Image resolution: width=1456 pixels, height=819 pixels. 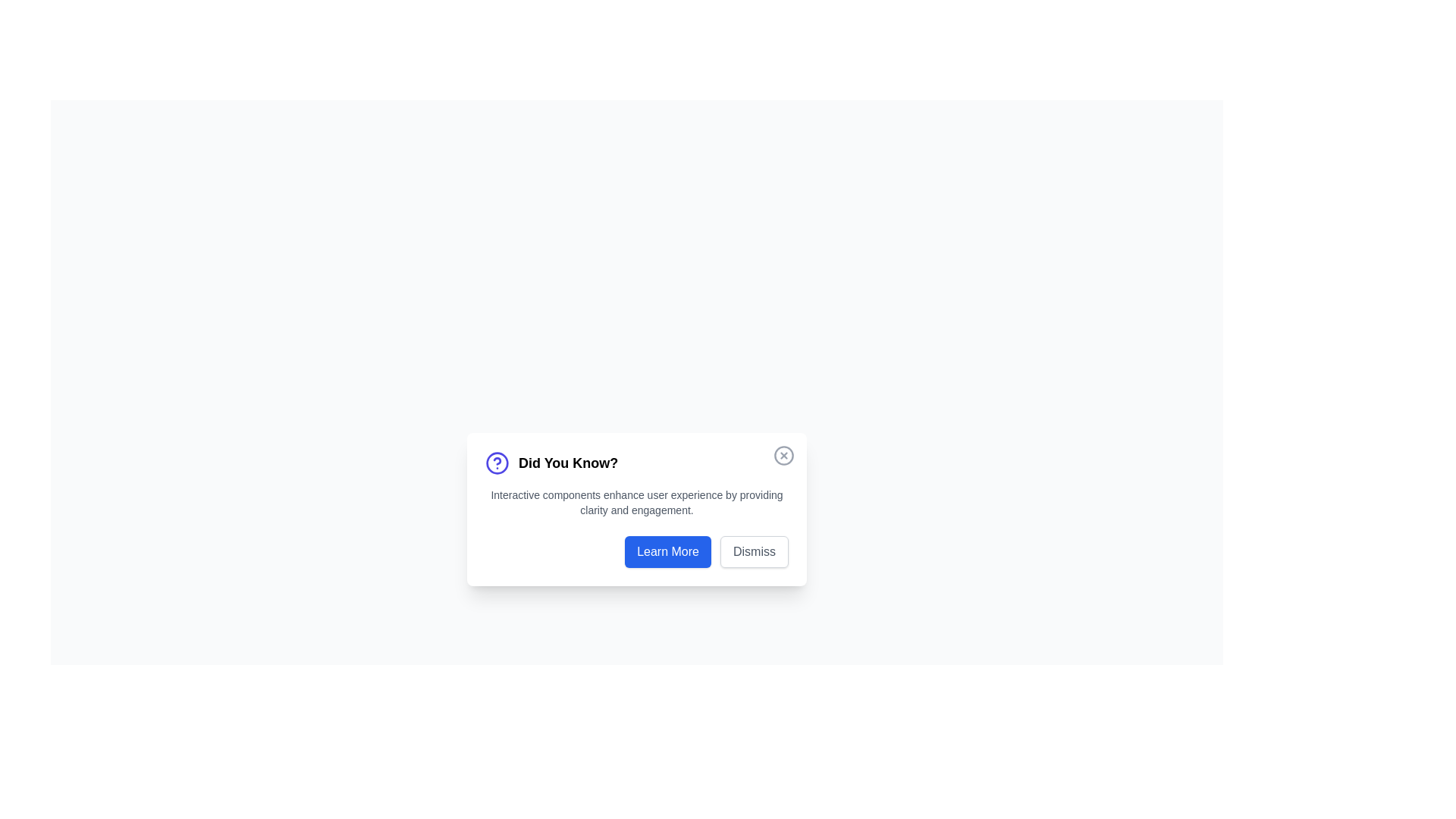 What do you see at coordinates (783, 455) in the screenshot?
I see `the circular button with a cross icon inside, located in the top-right corner of the dialog box` at bounding box center [783, 455].